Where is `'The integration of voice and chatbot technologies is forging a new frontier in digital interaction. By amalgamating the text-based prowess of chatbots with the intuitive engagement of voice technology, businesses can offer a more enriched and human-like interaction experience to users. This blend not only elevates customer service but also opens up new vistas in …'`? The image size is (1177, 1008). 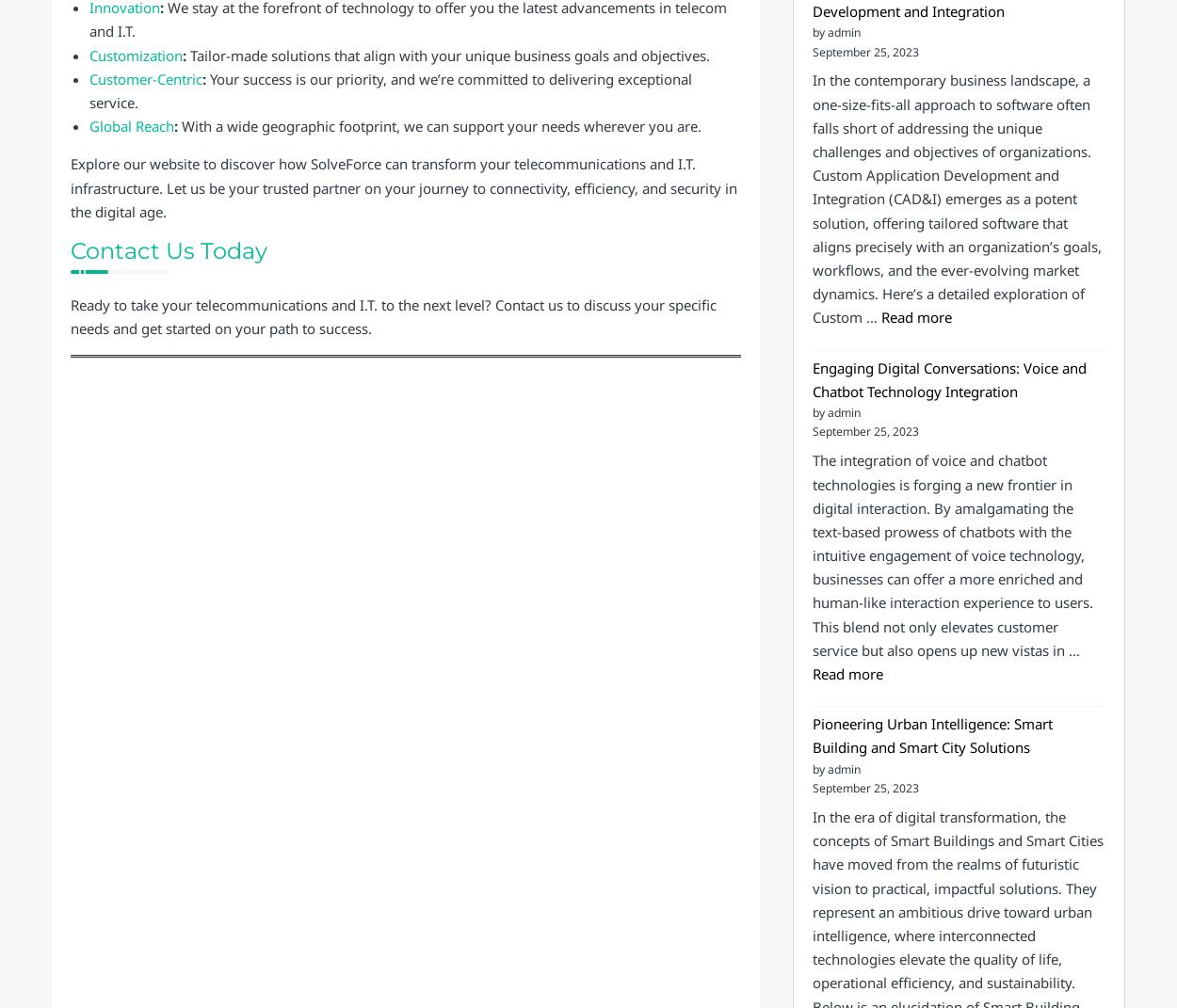
'The integration of voice and chatbot technologies is forging a new frontier in digital interaction. By amalgamating the text-based prowess of chatbots with the intuitive engagement of voice technology, businesses can offer a more enriched and human-like interaction experience to users. This blend not only elevates customer service but also opens up new vistas in …' is located at coordinates (952, 554).